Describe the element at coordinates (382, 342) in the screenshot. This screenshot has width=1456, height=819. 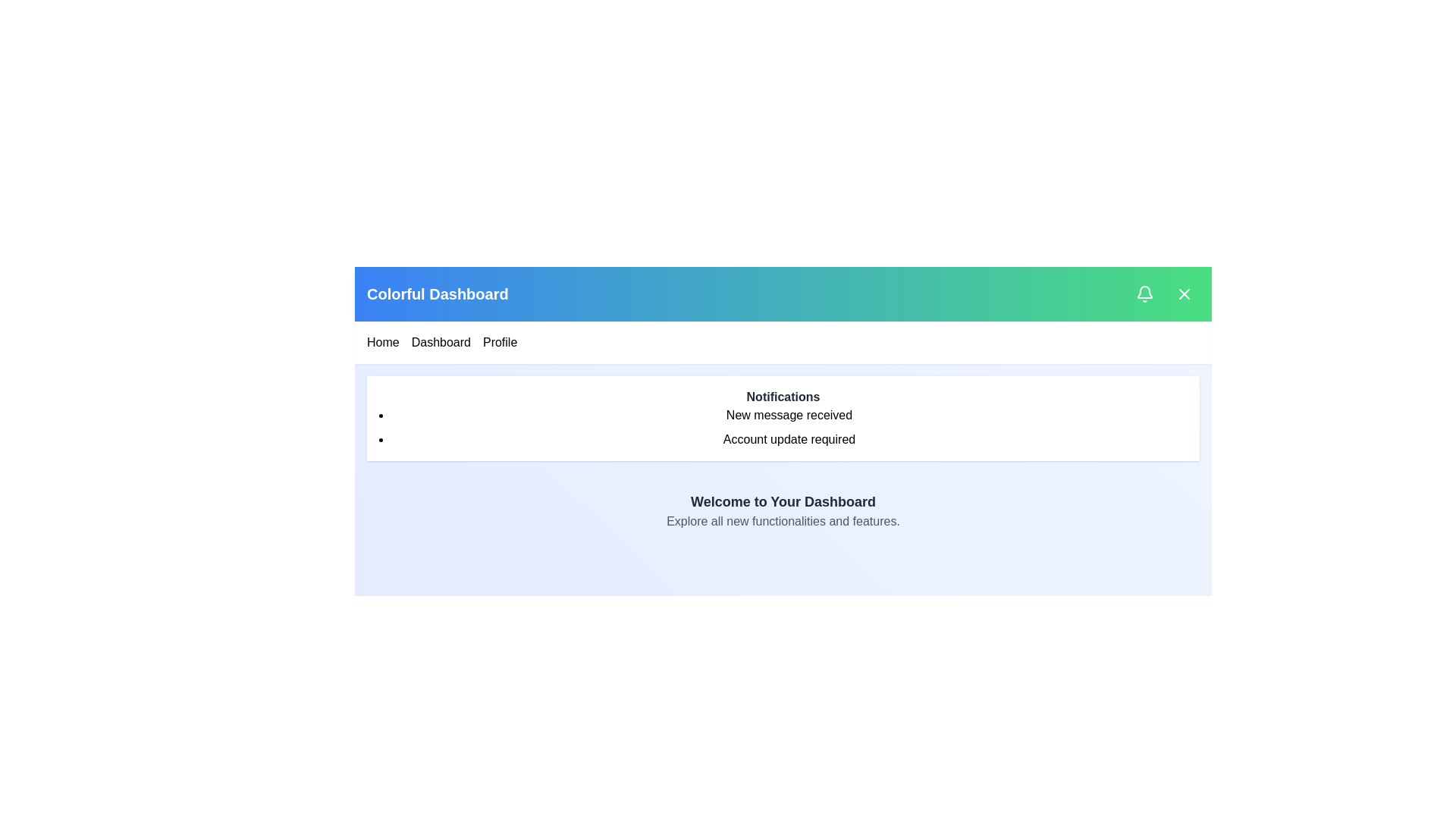
I see `the navigation menu item Home` at that location.